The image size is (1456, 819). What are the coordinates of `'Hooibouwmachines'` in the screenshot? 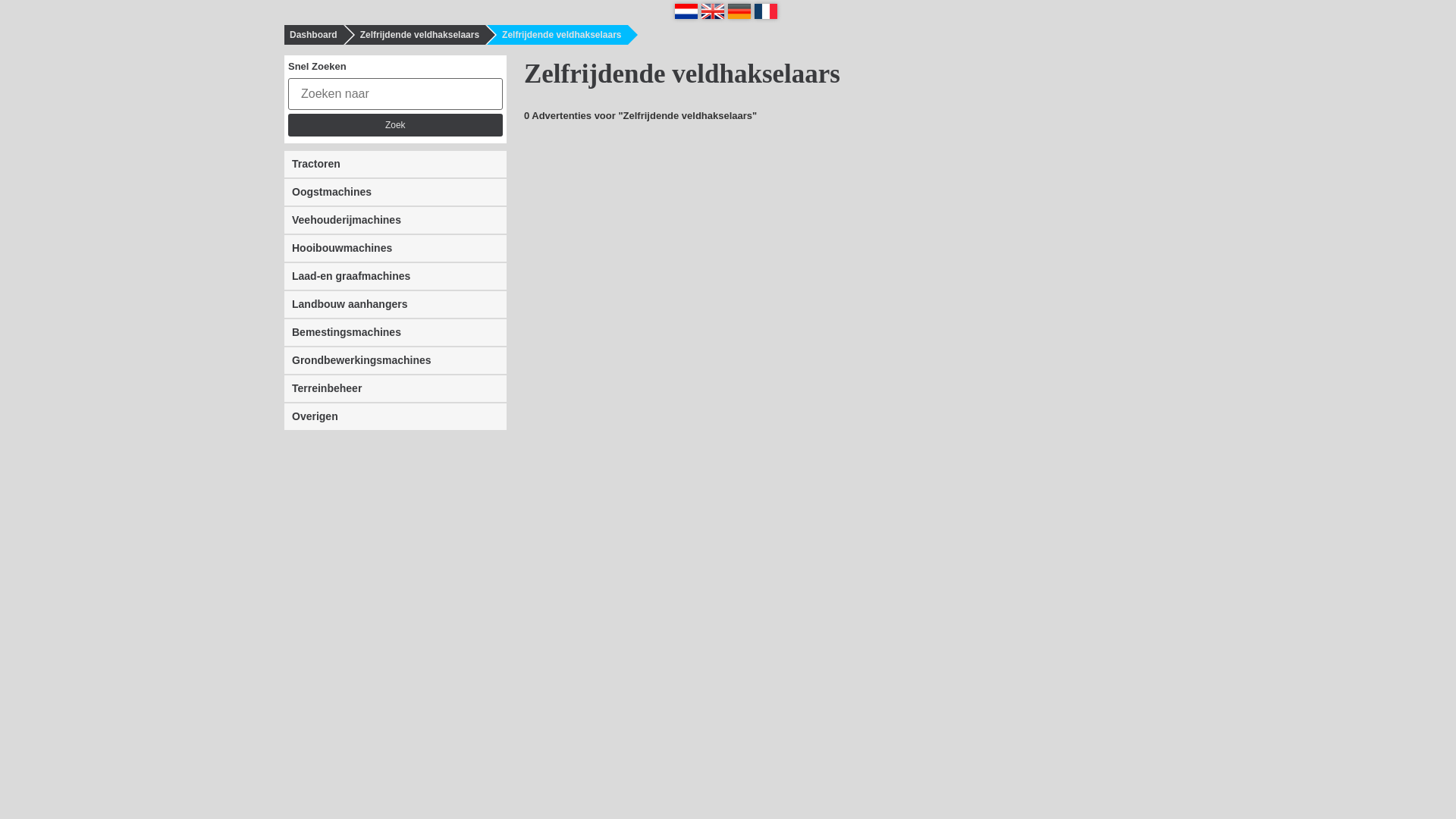 It's located at (395, 247).